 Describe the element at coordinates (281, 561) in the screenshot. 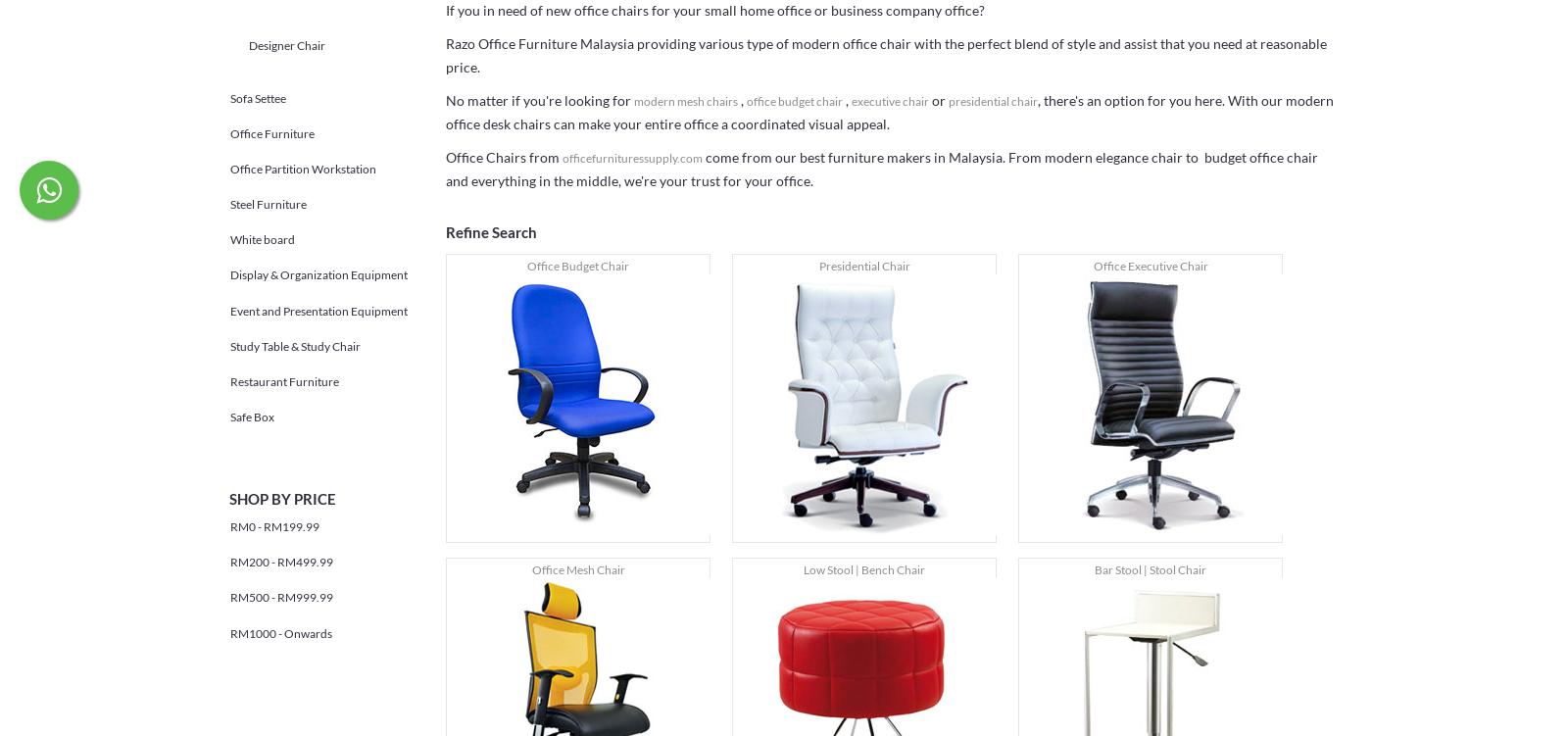

I see `'RM200 - RM499.99'` at that location.